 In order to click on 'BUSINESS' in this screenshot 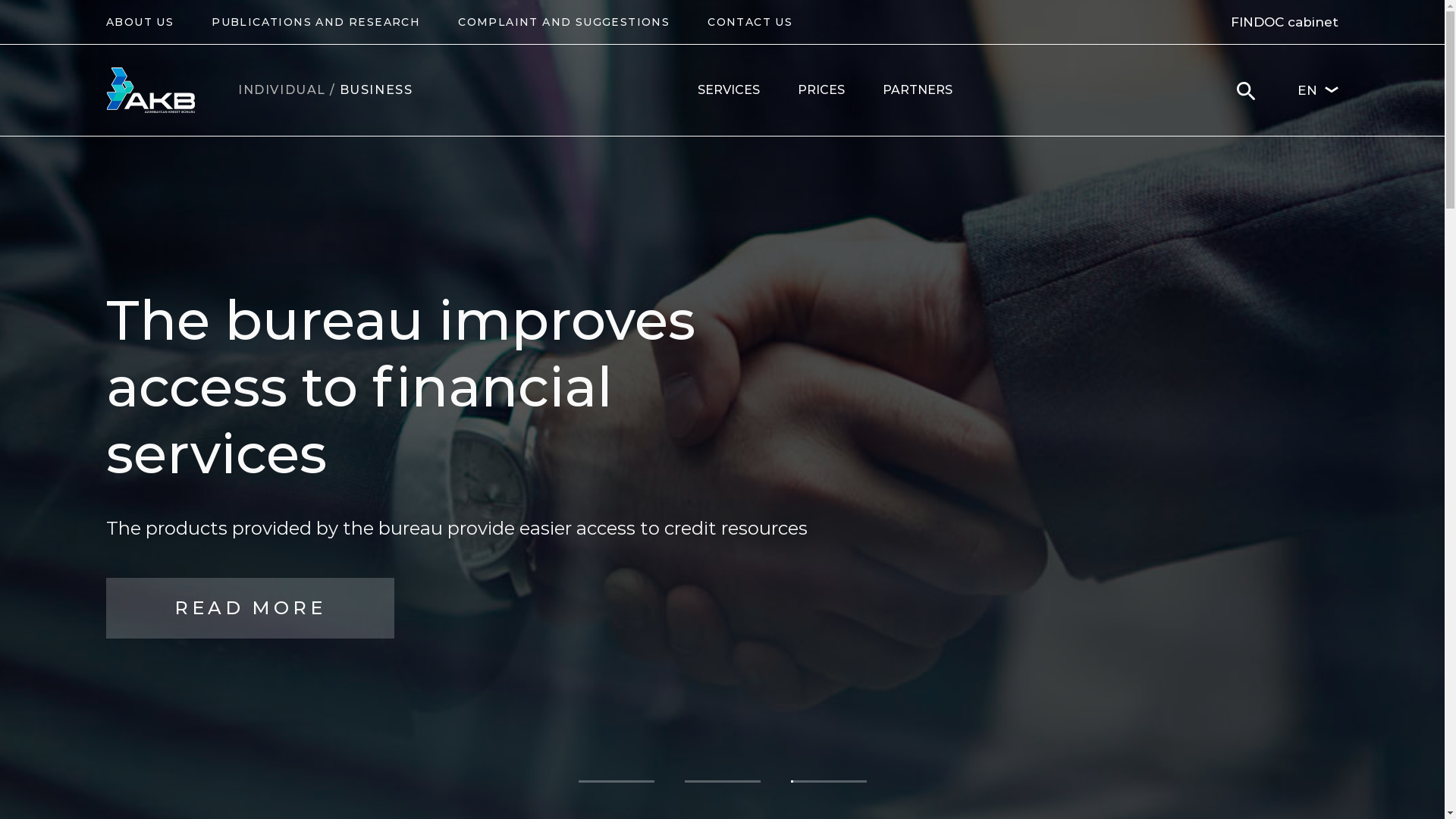, I will do `click(376, 90)`.